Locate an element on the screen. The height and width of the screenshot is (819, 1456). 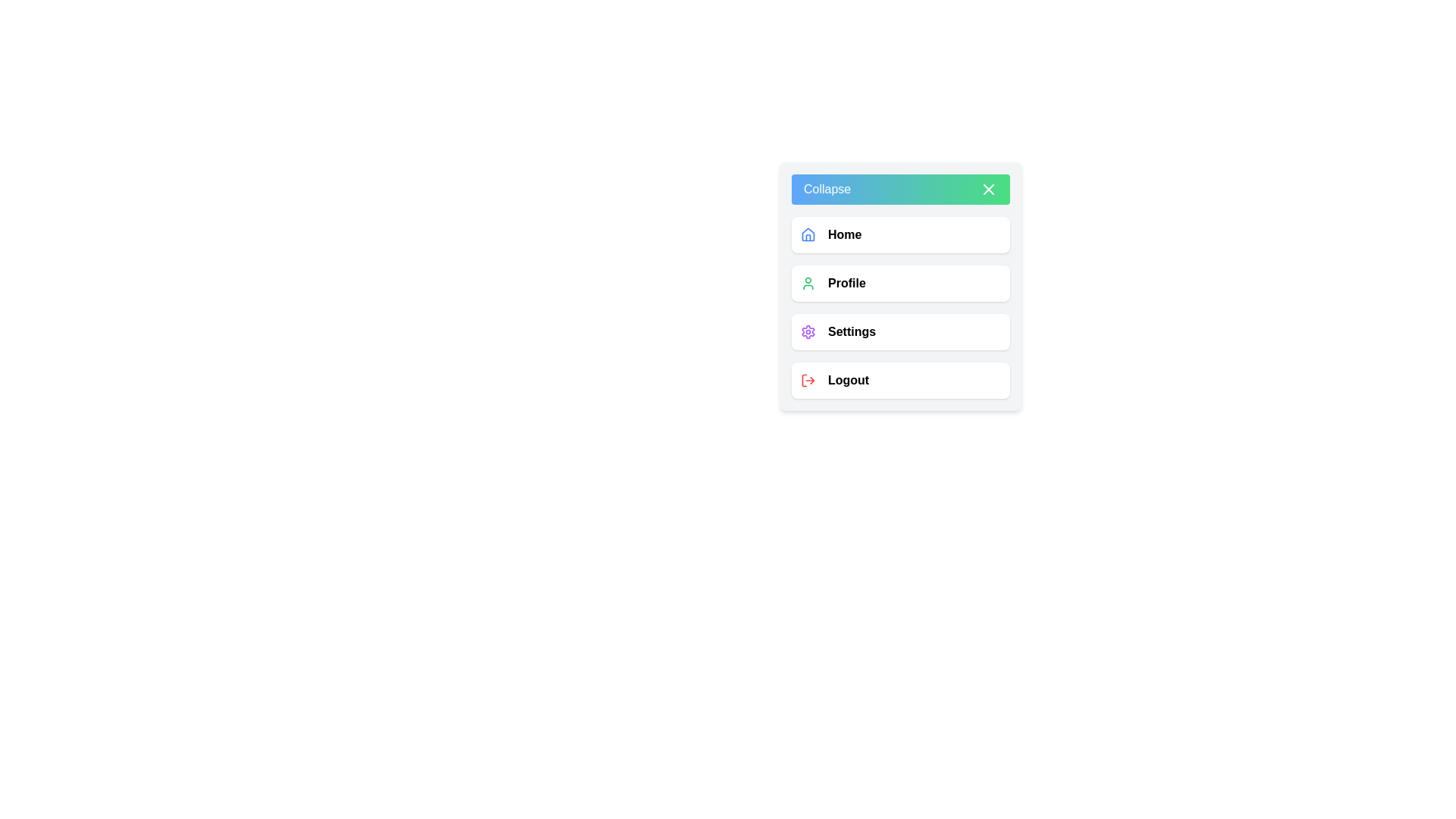
the 'Logout' menu item in the sidebar is located at coordinates (901, 379).